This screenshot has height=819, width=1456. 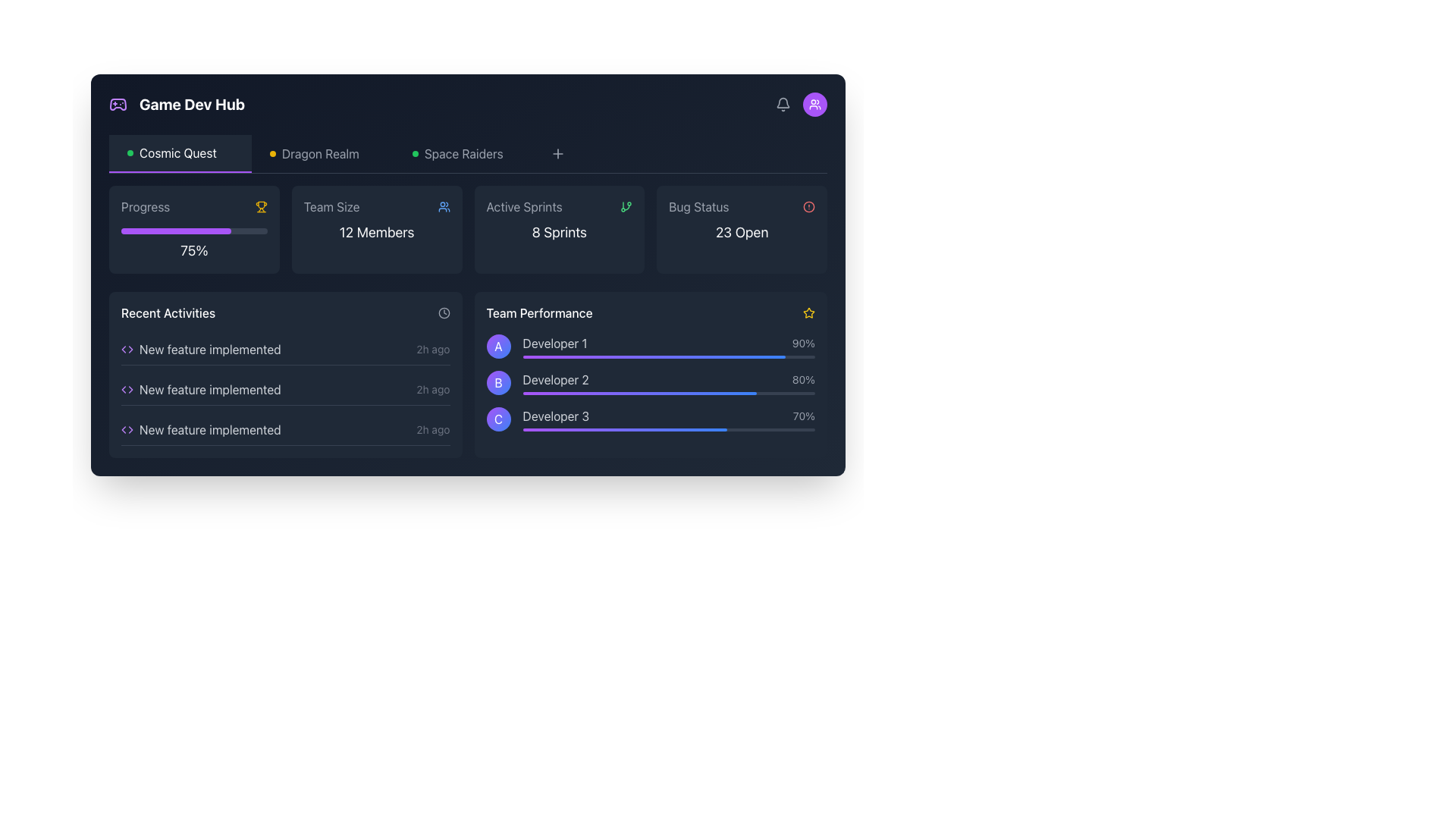 What do you see at coordinates (209, 430) in the screenshot?
I see `the text label 'New feature implemented' located in the 'Recent Activities' section` at bounding box center [209, 430].